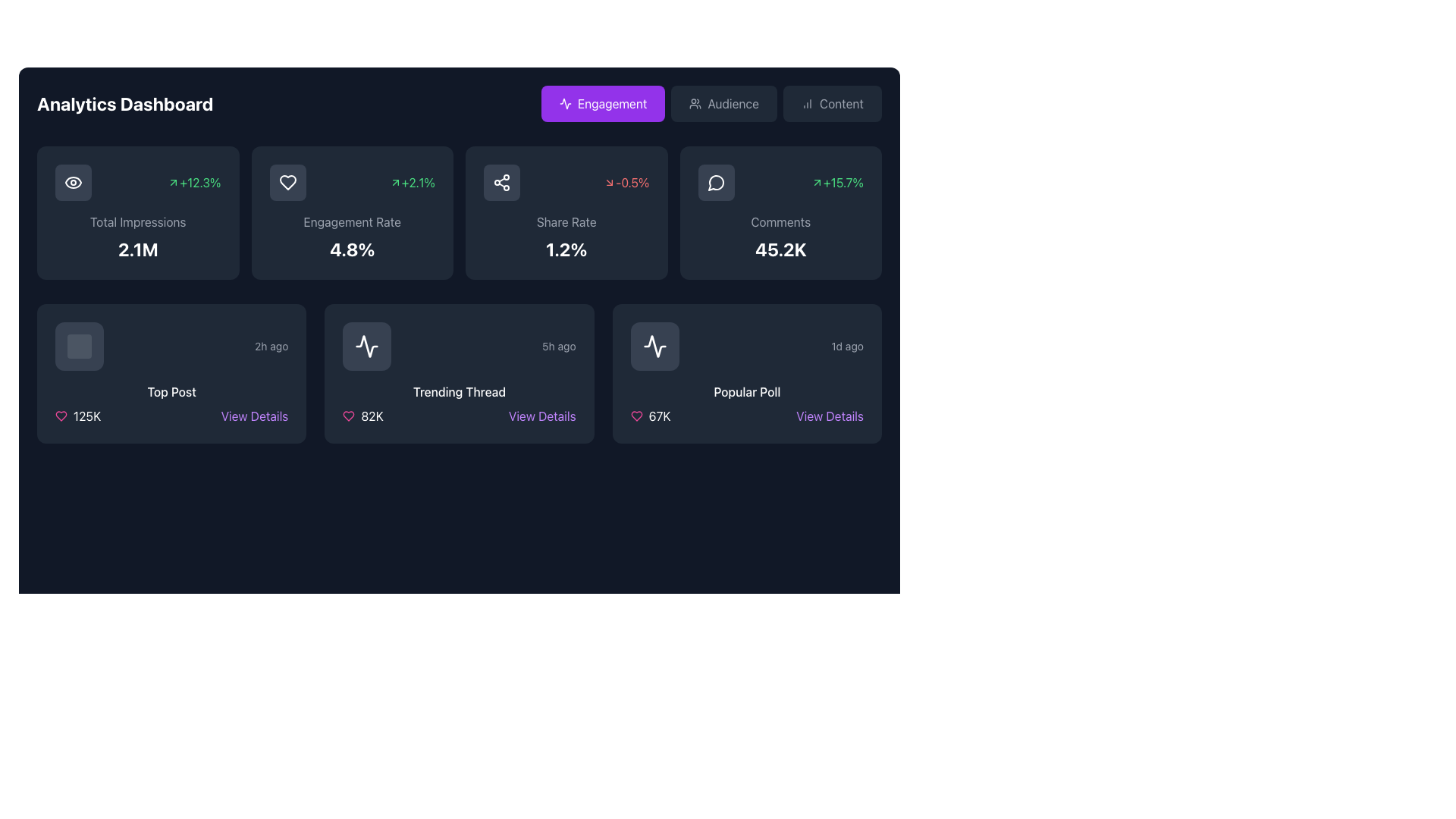 The height and width of the screenshot is (819, 1456). What do you see at coordinates (367, 346) in the screenshot?
I see `the activity icon located in the center of the icon area of the 'Trending Thread' card in the second row of the dashboard interface for contextual understanding` at bounding box center [367, 346].